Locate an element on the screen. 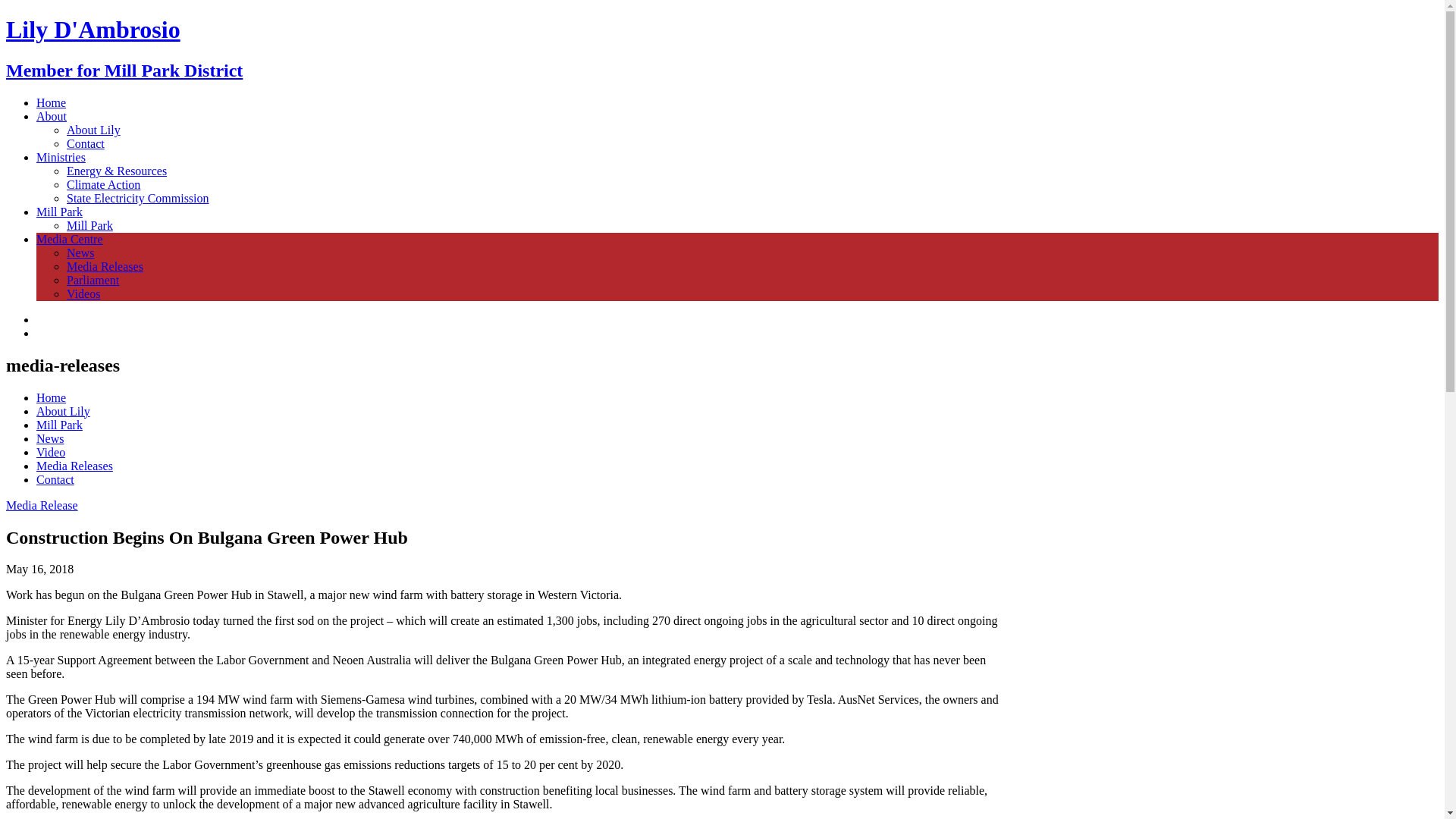 Image resolution: width=1456 pixels, height=819 pixels. 'Video' is located at coordinates (36, 451).